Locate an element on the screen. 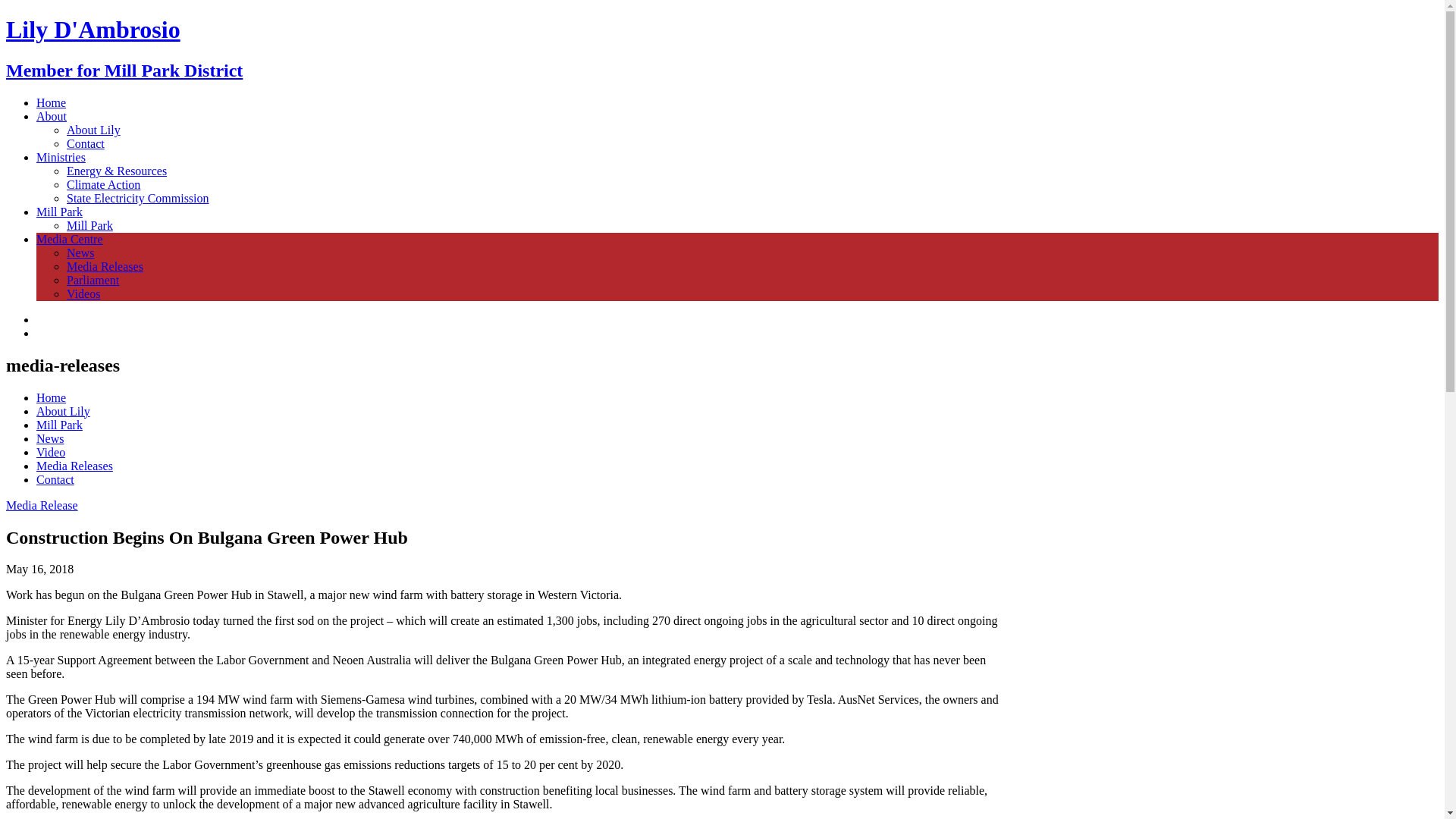 Image resolution: width=1456 pixels, height=819 pixels. 'Video' is located at coordinates (36, 451).